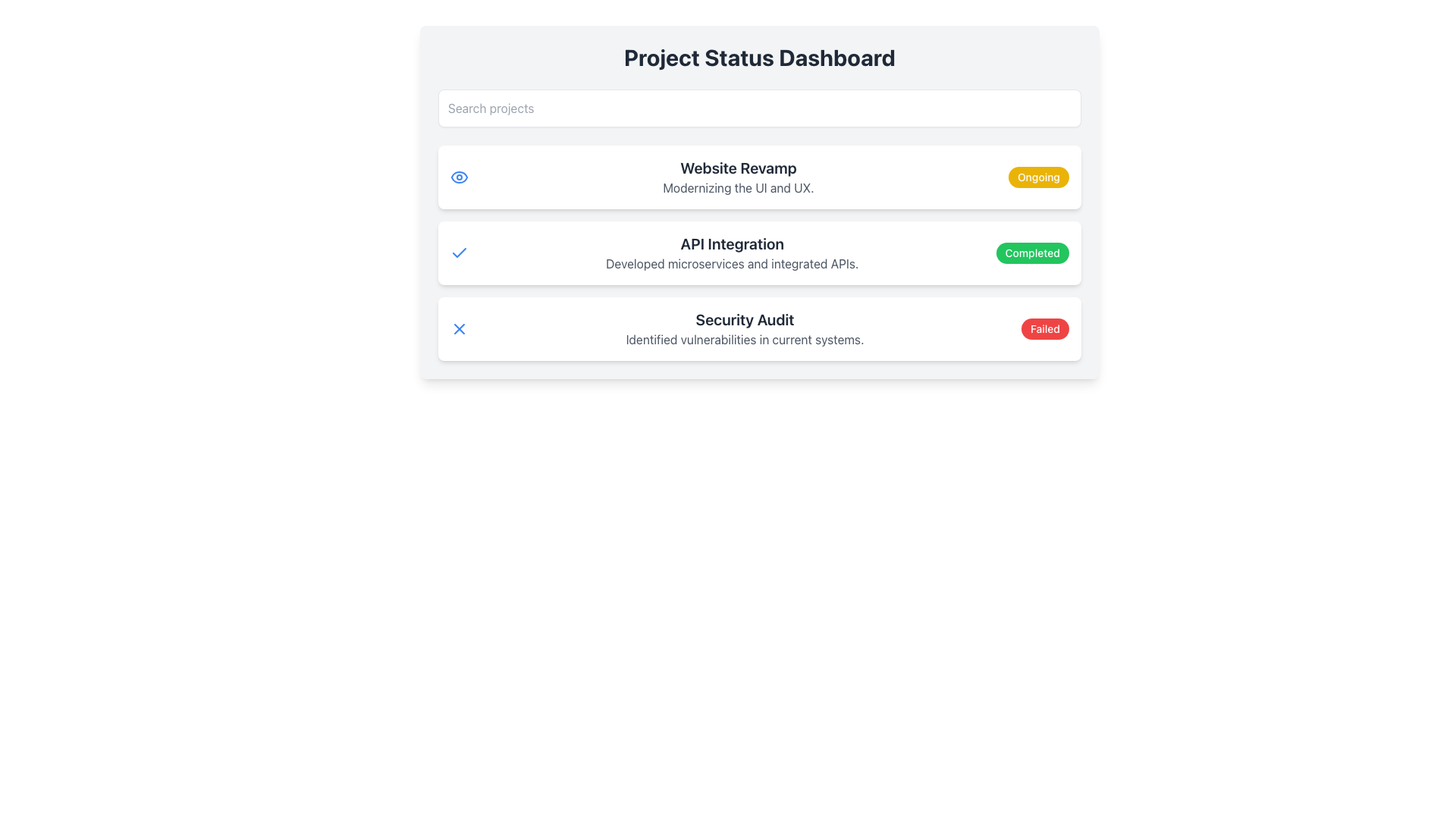 The image size is (1456, 819). What do you see at coordinates (760, 253) in the screenshot?
I see `the green label indicating the completion status of the 'API Integration' project in the Project Status Dashboard, which is the second item in the vertical list` at bounding box center [760, 253].